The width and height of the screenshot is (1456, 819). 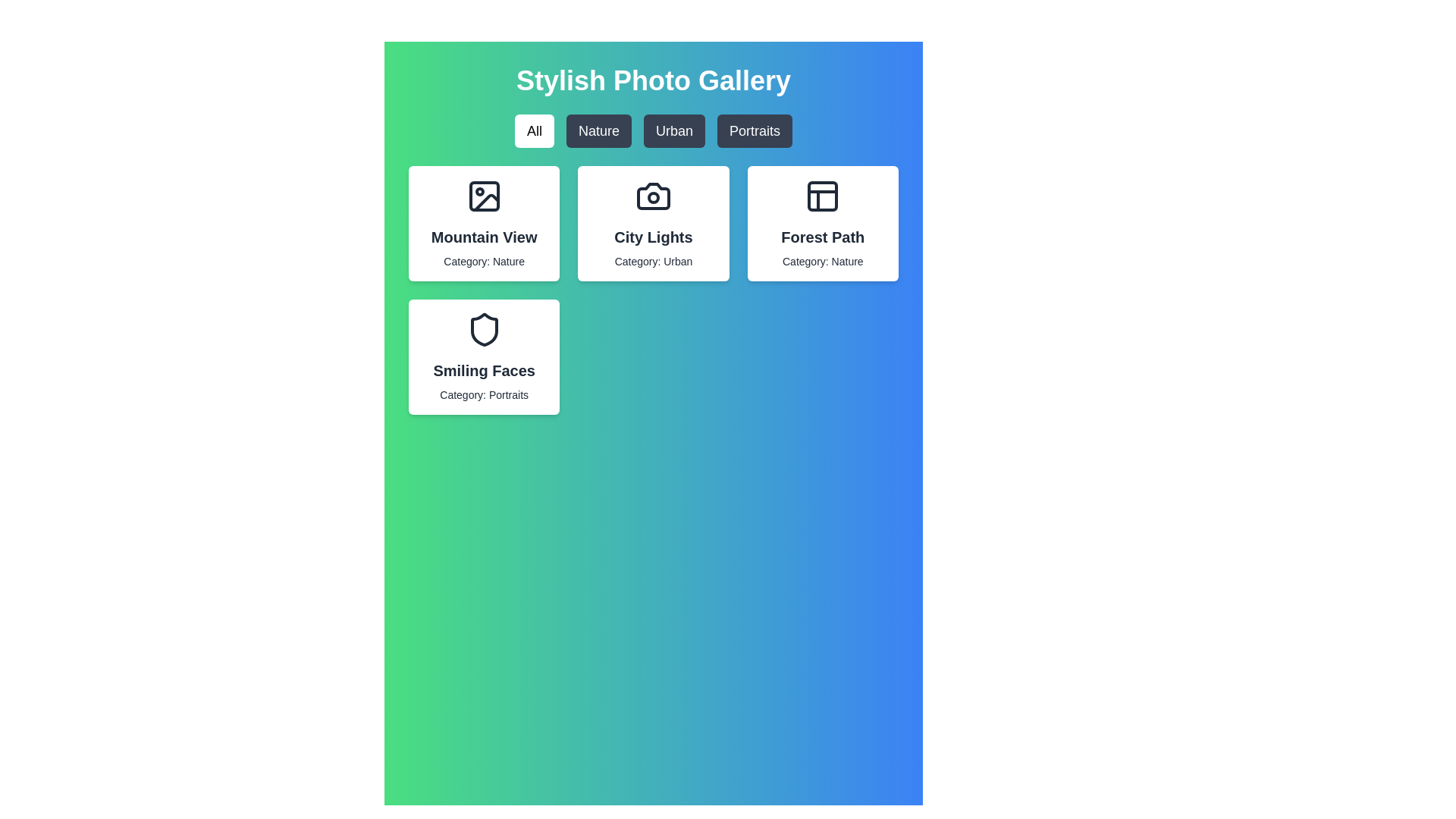 What do you see at coordinates (483, 329) in the screenshot?
I see `the shield-like icon above the 'Smiling Faces' text in the second row, fourth grid item` at bounding box center [483, 329].